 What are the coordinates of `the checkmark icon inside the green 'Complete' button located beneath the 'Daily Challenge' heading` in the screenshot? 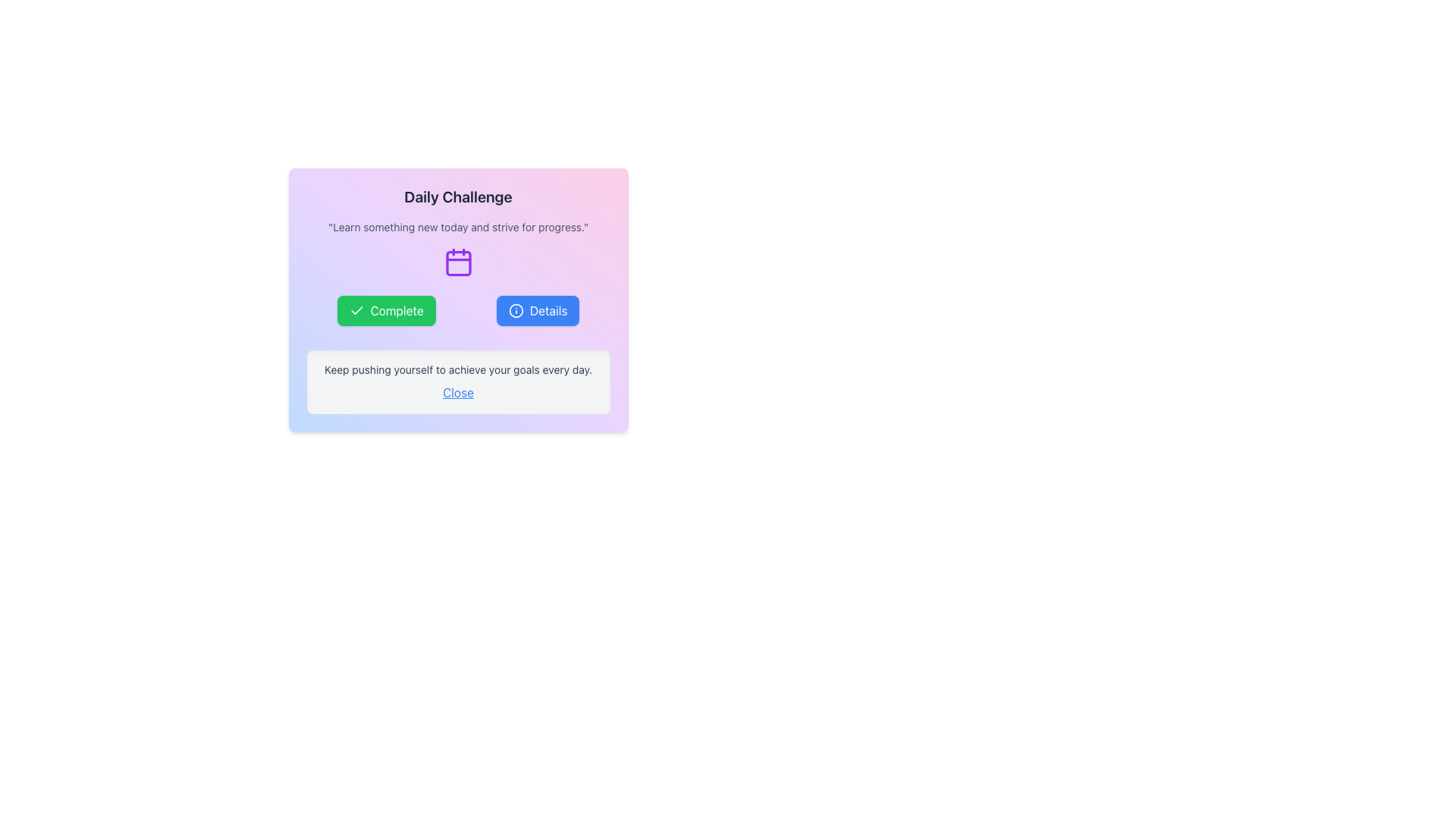 It's located at (356, 309).